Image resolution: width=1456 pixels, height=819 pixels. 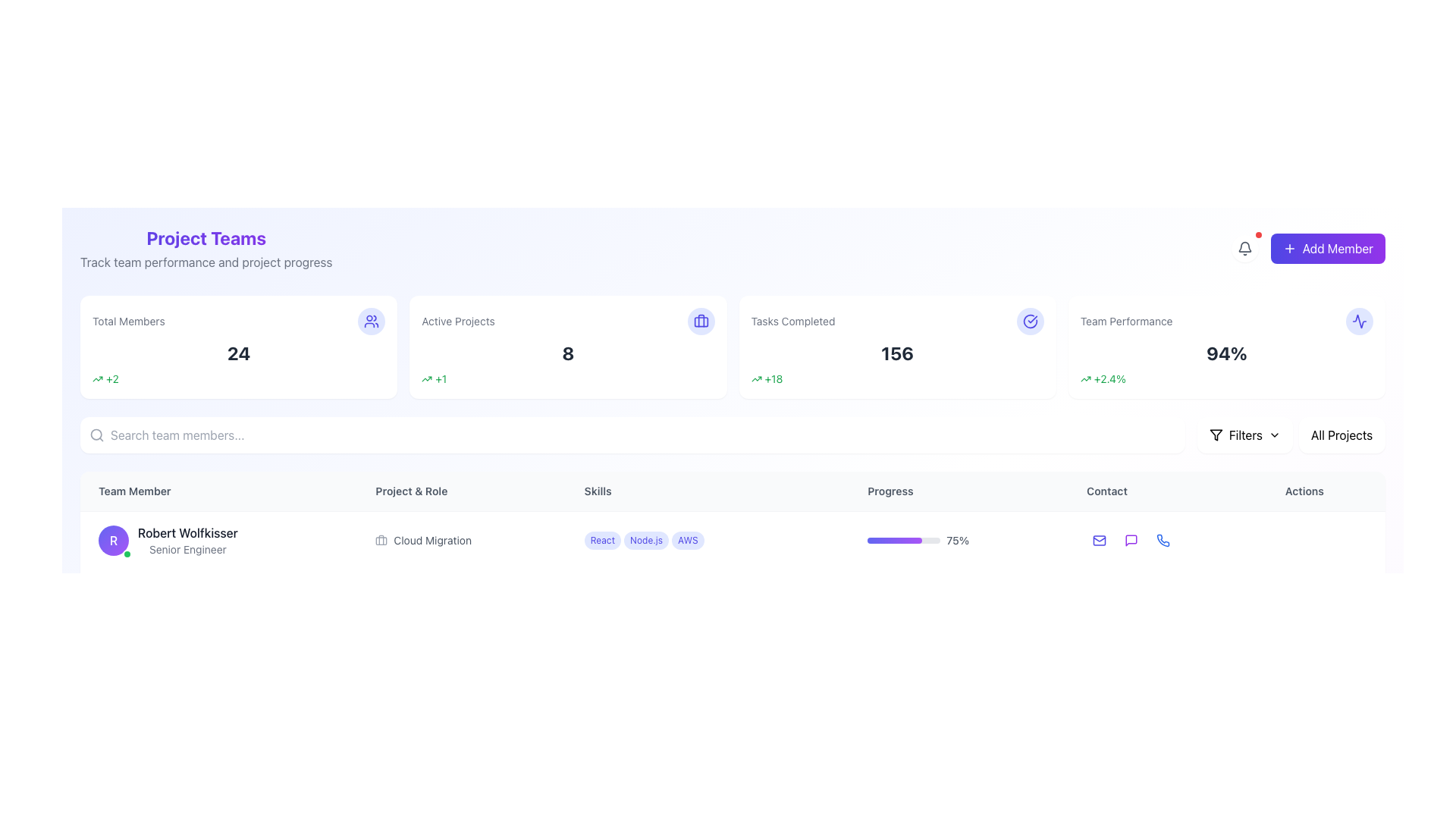 I want to click on the phone call button located in the 'Contact' column for 'Robert Wolfkisser' under the 'Team Member' section to initiate a phone call or reveal contact options, so click(x=1163, y=540).